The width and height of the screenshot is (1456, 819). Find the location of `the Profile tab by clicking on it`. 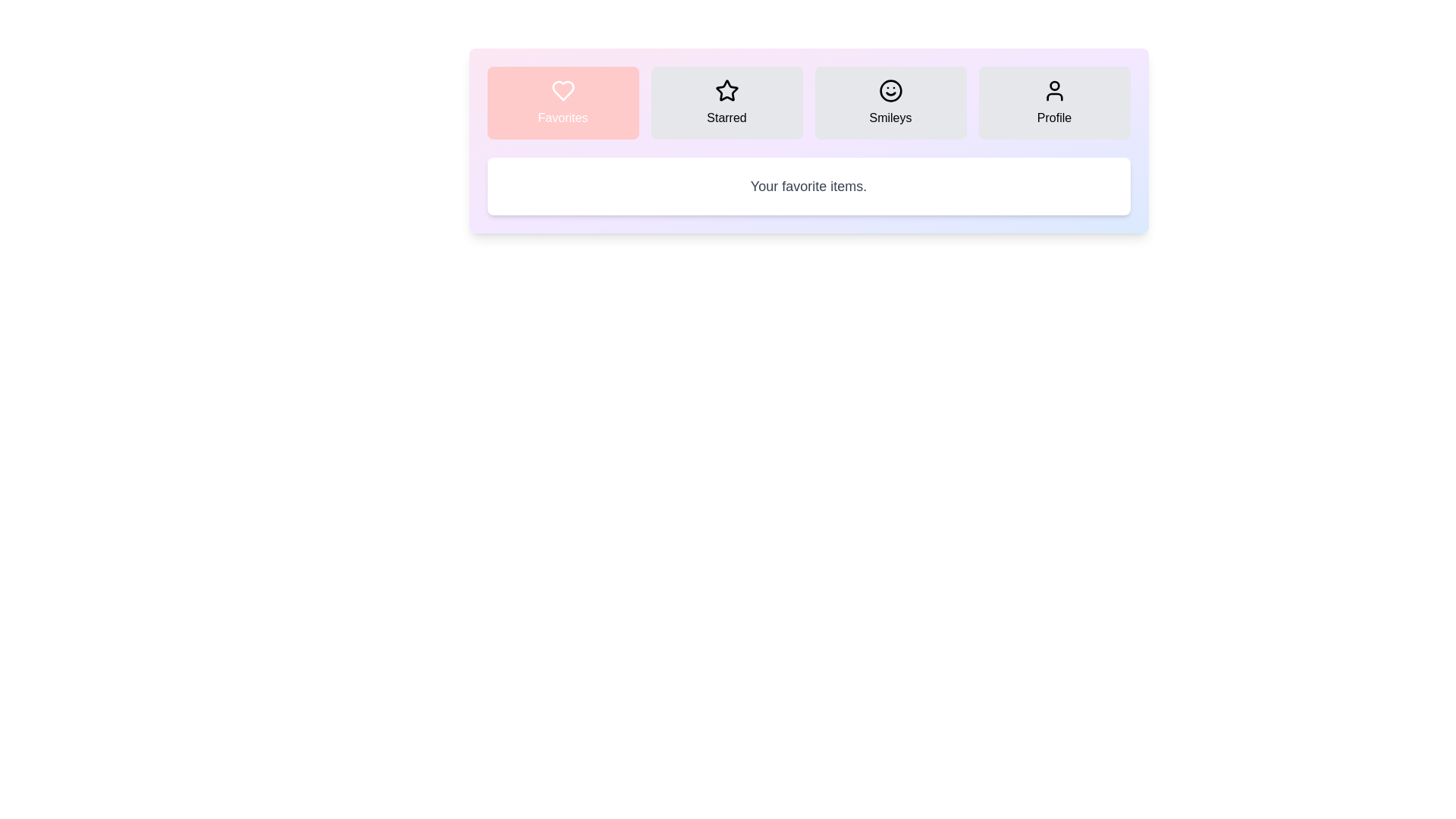

the Profile tab by clicking on it is located at coordinates (1053, 102).